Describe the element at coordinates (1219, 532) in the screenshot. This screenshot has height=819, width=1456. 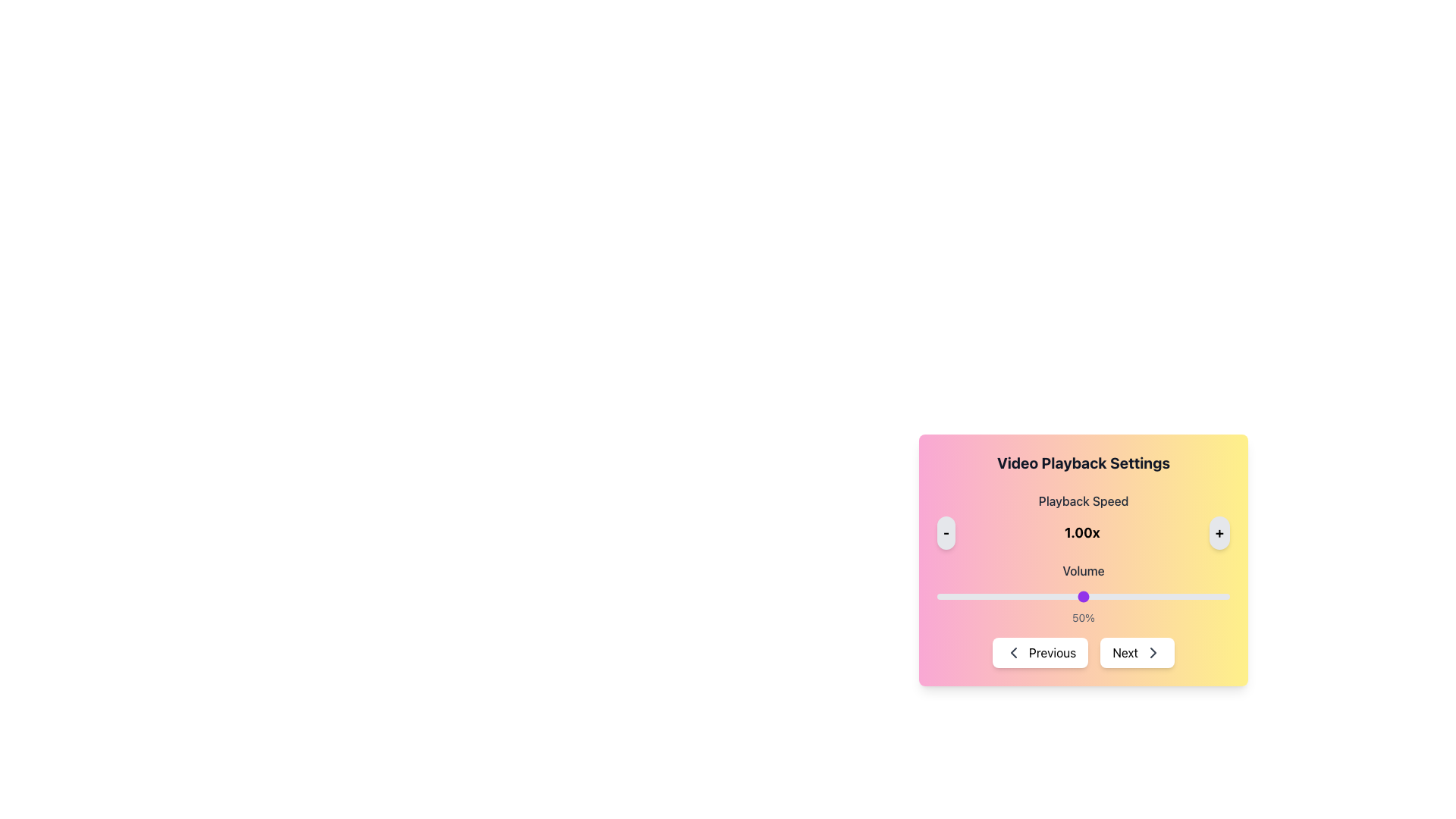
I see `the circular button with a gray background and a black plus sign ('+') to increment the playback speed` at that location.